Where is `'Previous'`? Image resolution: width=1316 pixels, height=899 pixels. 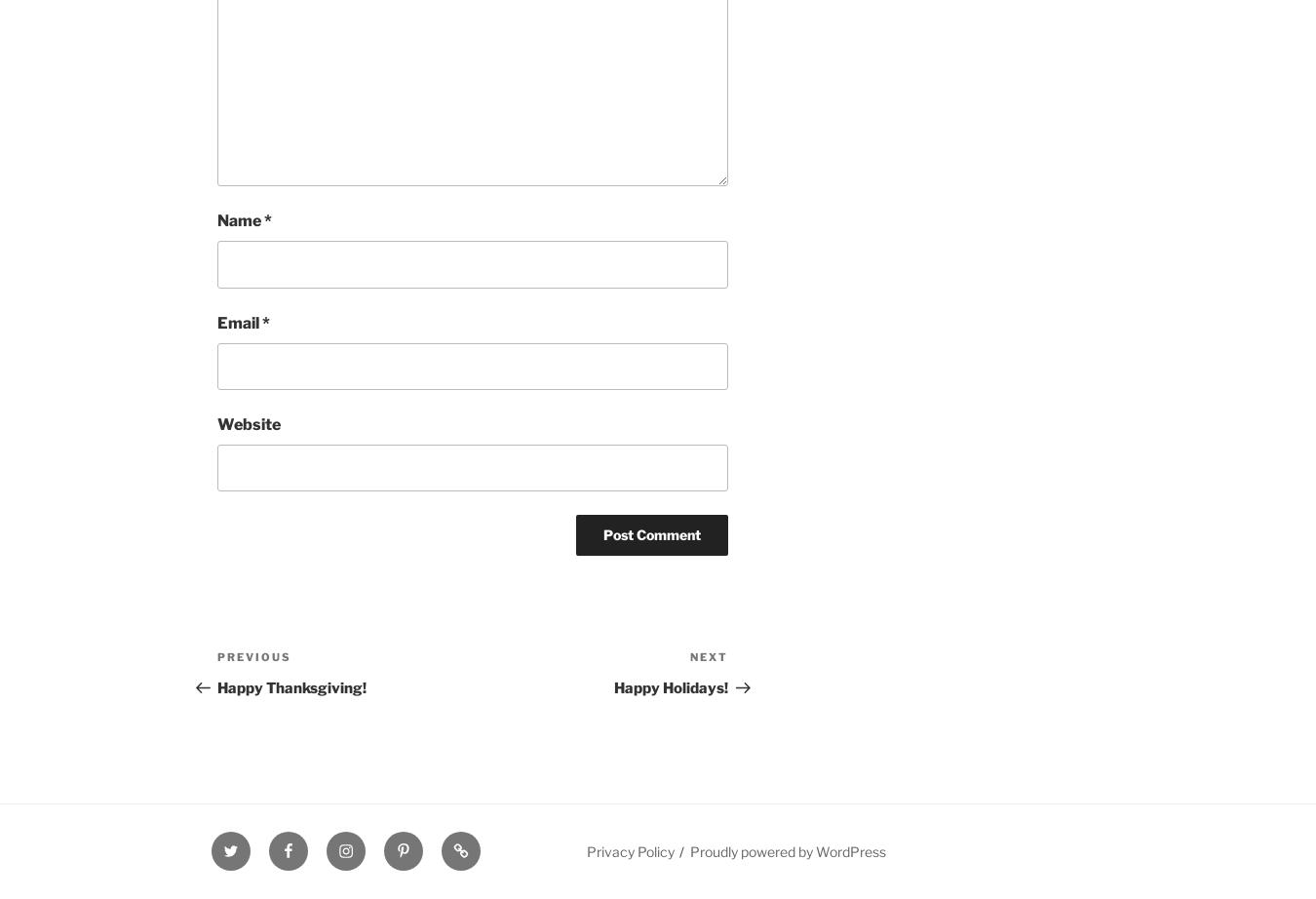
'Previous' is located at coordinates (252, 656).